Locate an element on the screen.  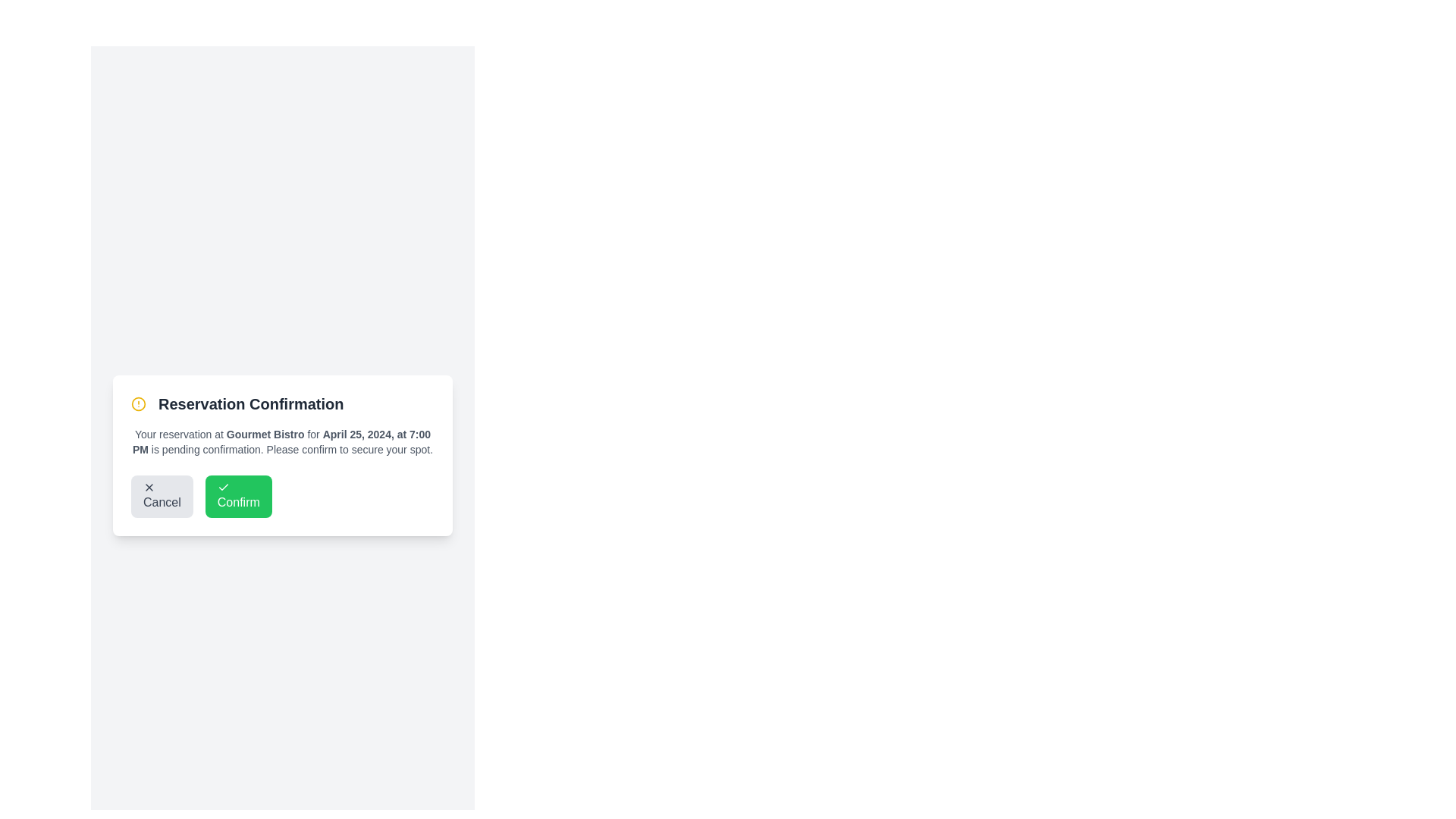
the rightmost button in the modal footer to confirm the action is located at coordinates (237, 497).